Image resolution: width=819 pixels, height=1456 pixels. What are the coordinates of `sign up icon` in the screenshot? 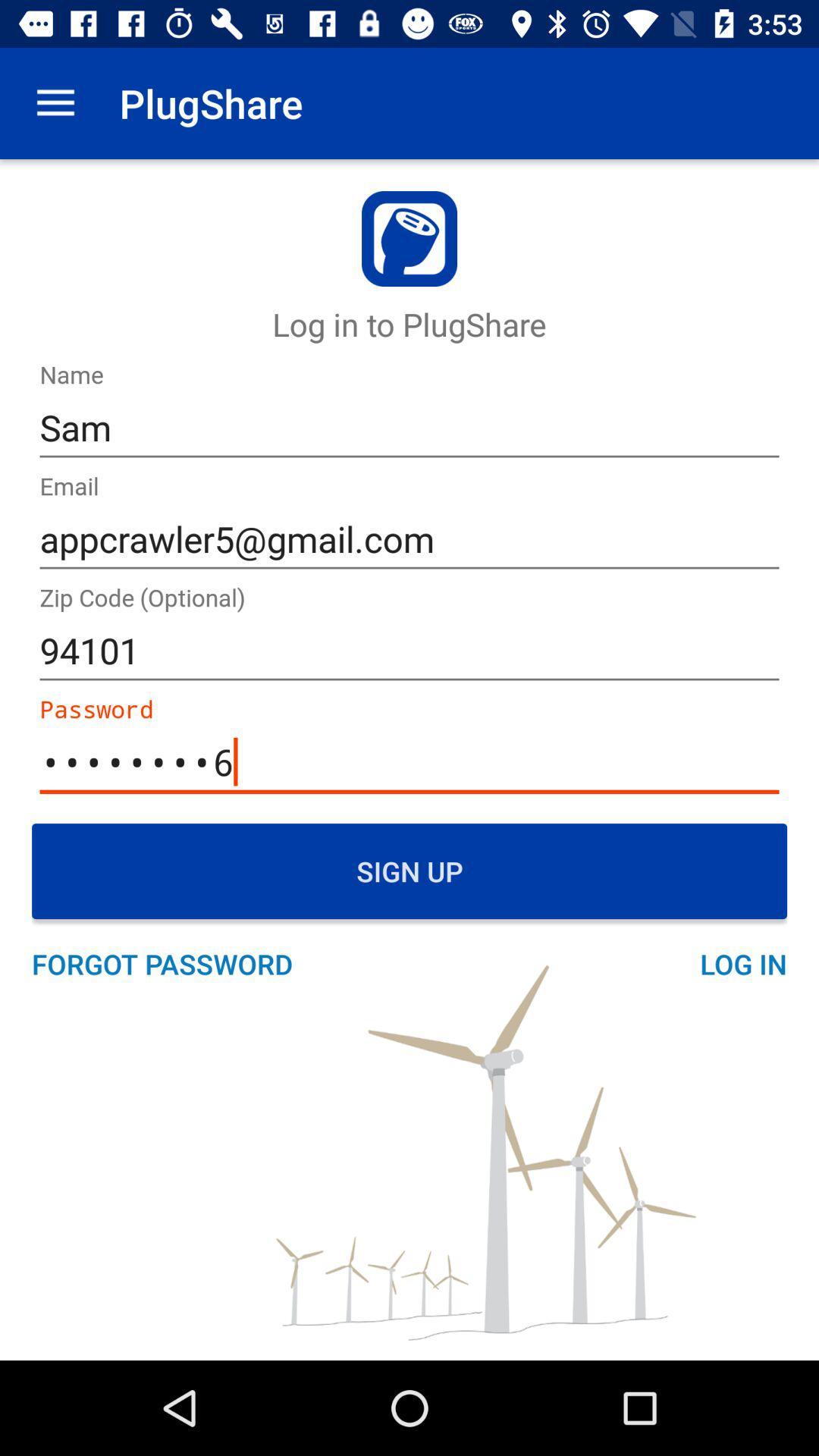 It's located at (409, 871).